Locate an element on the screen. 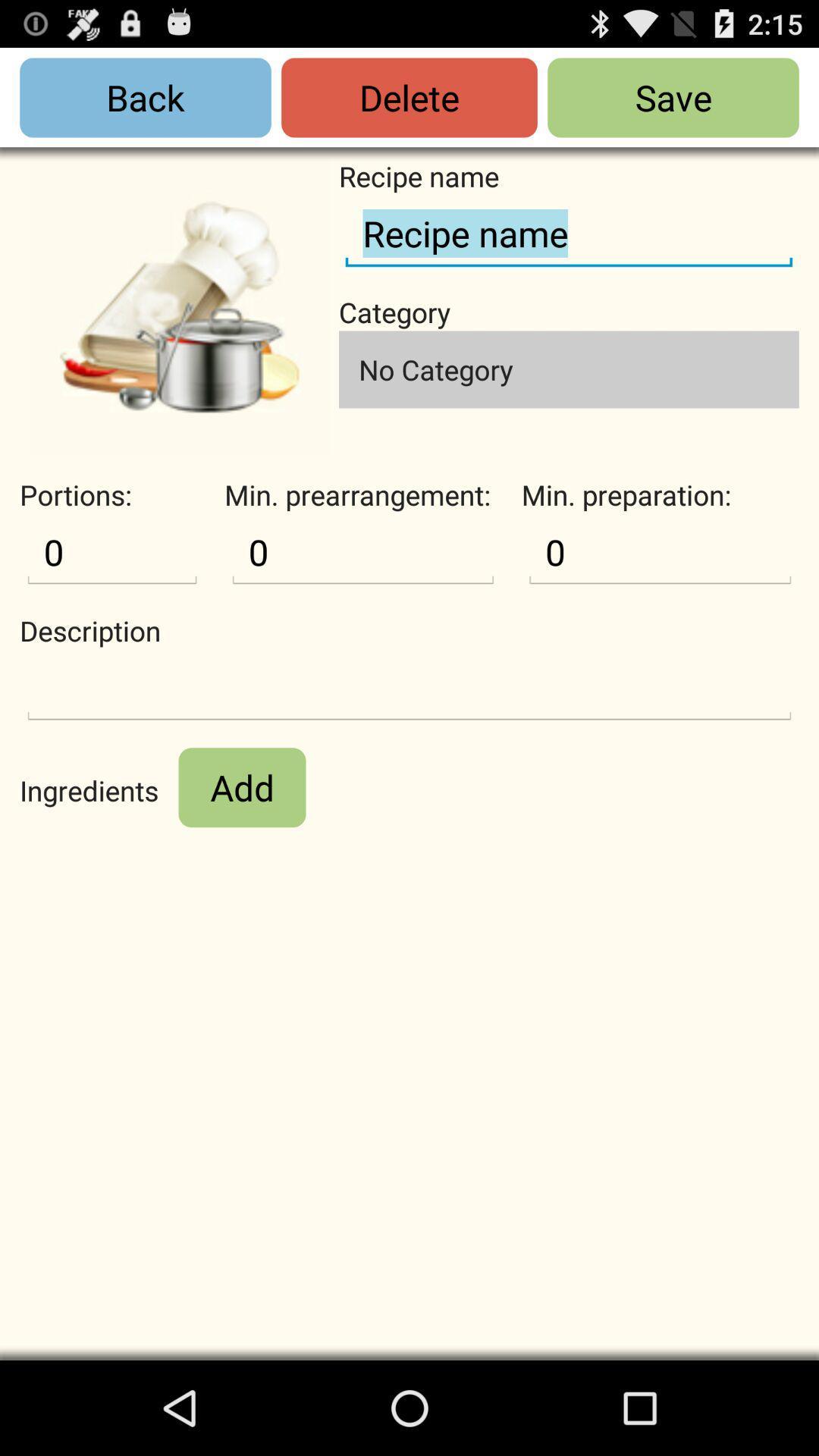  recipe image is located at coordinates (178, 306).